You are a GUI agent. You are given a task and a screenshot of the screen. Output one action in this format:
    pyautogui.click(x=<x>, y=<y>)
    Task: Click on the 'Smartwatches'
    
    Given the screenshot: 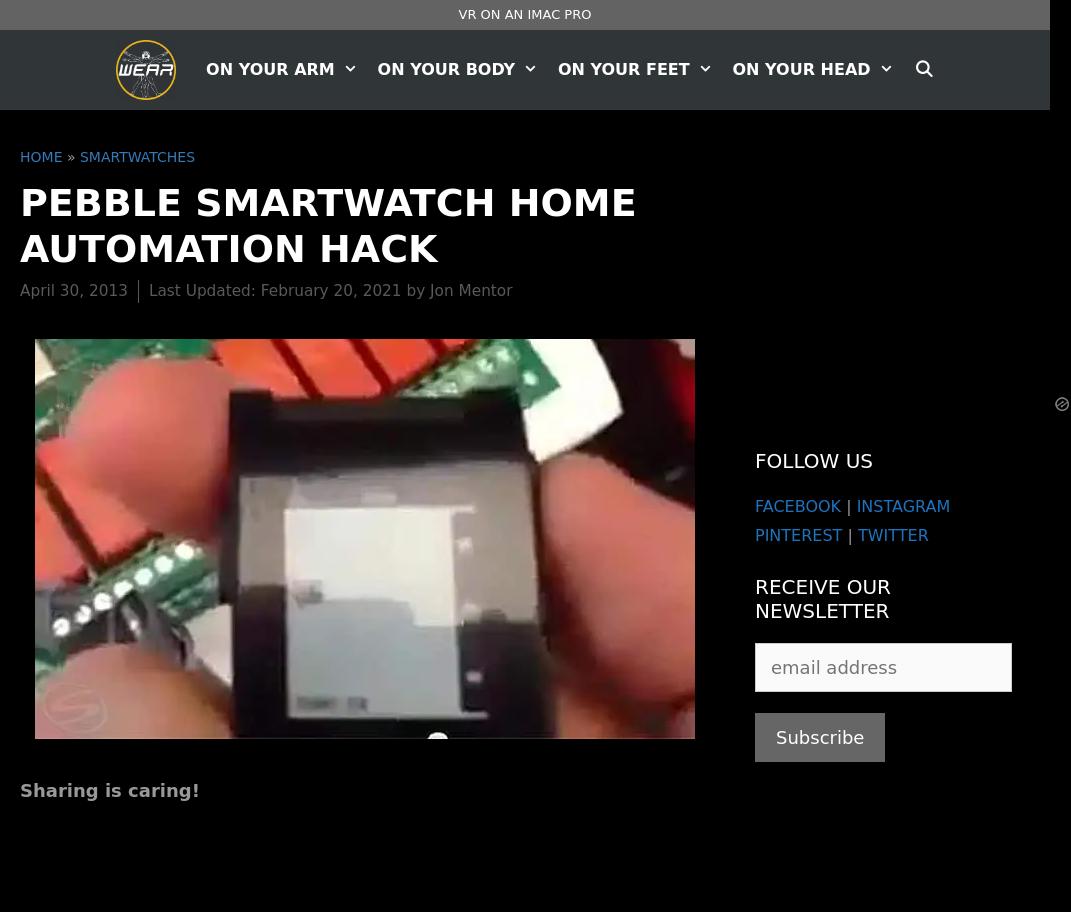 What is the action you would take?
    pyautogui.click(x=79, y=156)
    